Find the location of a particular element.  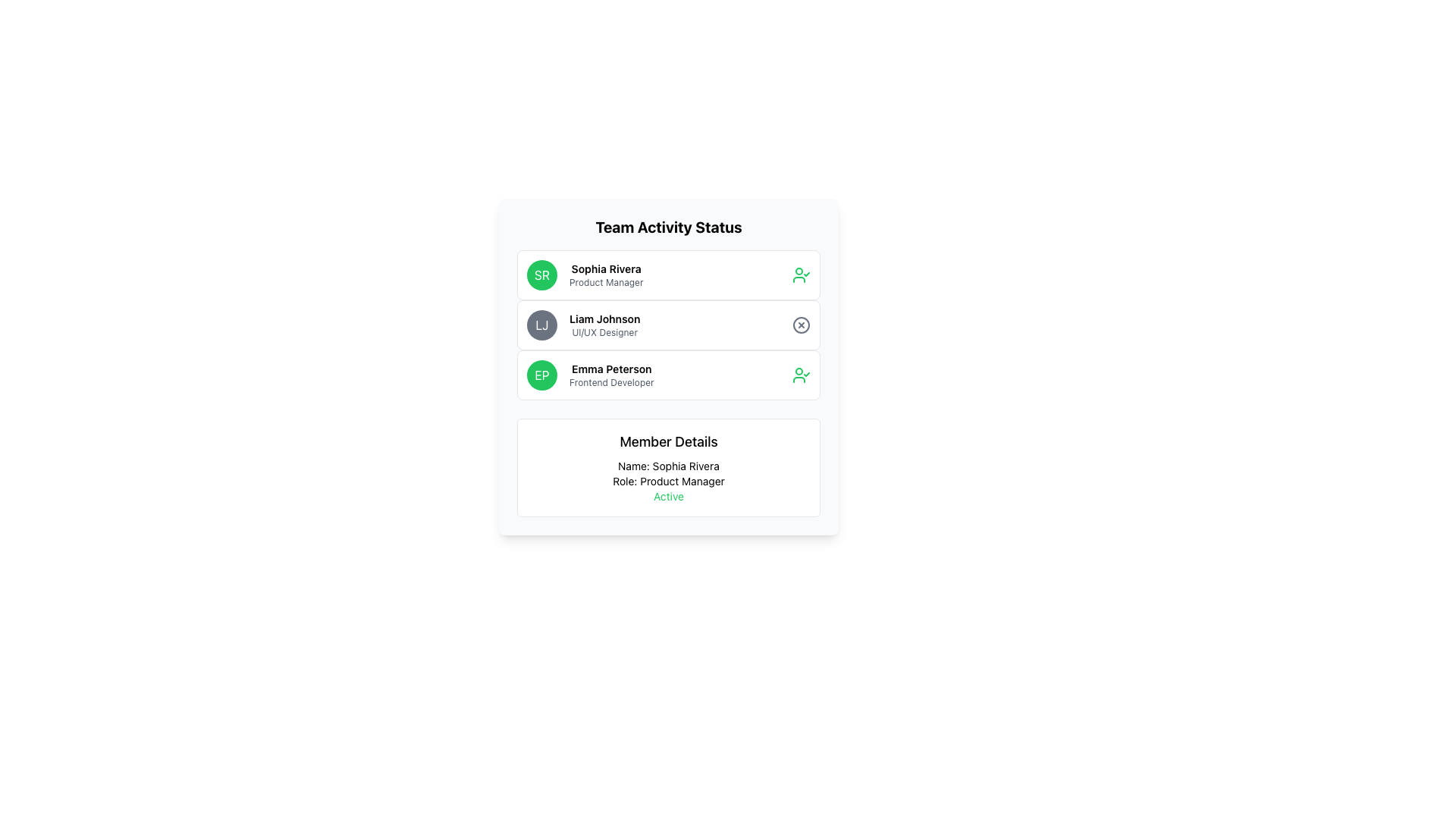

the circled 'X' icon button located to the right of 'Liam Johnson' in the 'Team Activity Status' card is located at coordinates (800, 324).